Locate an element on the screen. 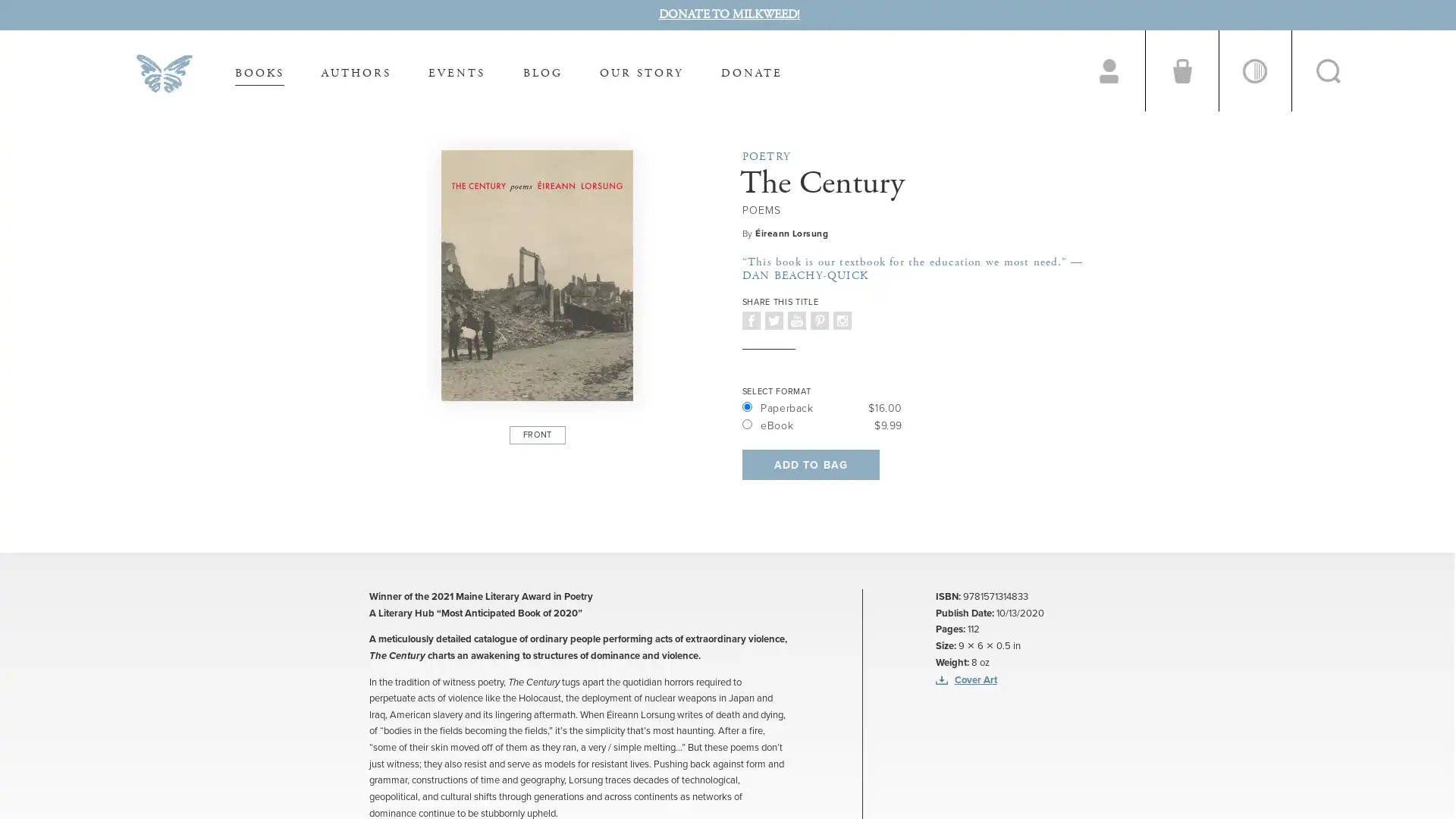 The image size is (1456, 819). Add to bag is located at coordinates (809, 463).